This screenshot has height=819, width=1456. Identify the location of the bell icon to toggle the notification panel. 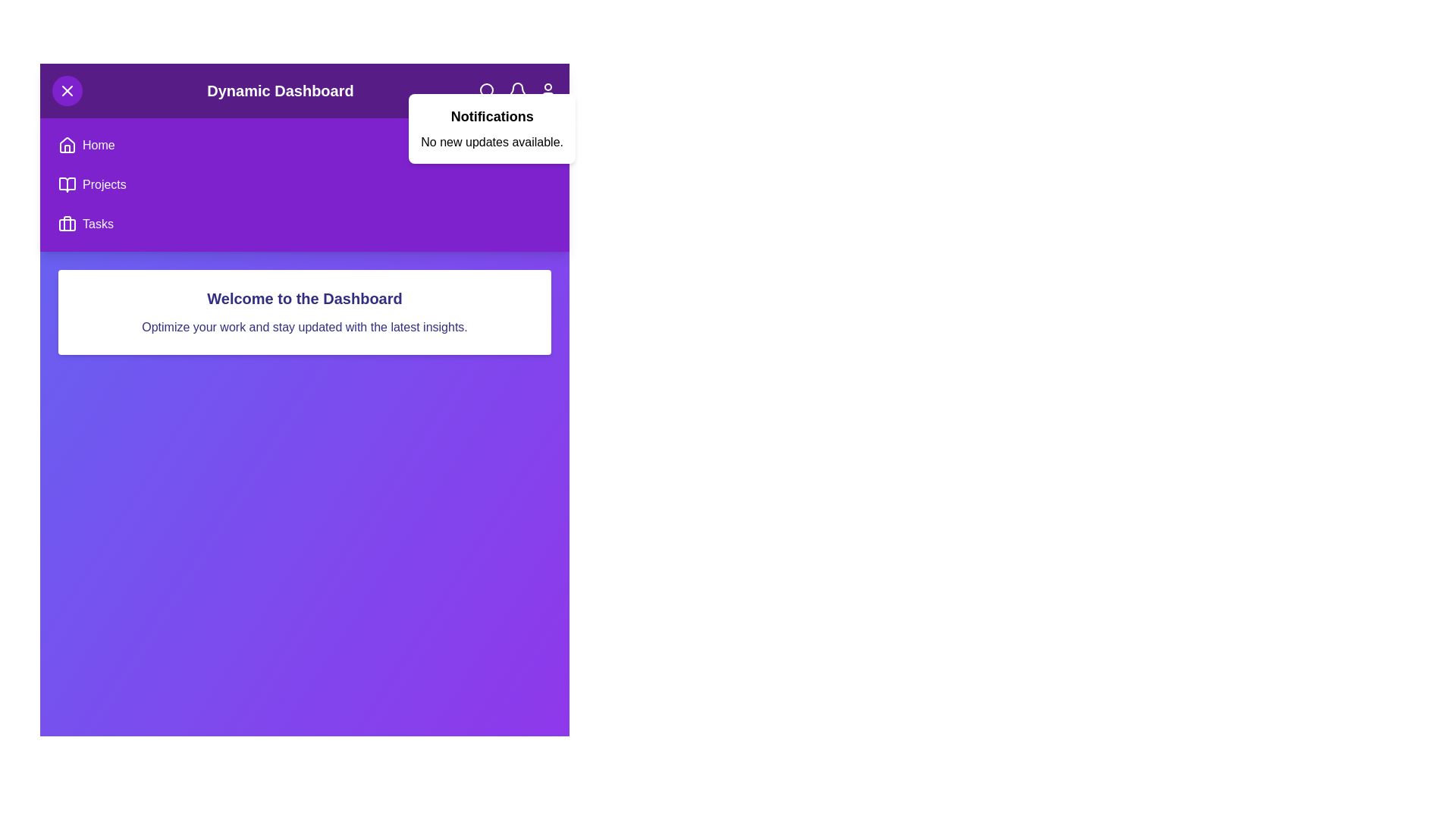
(517, 90).